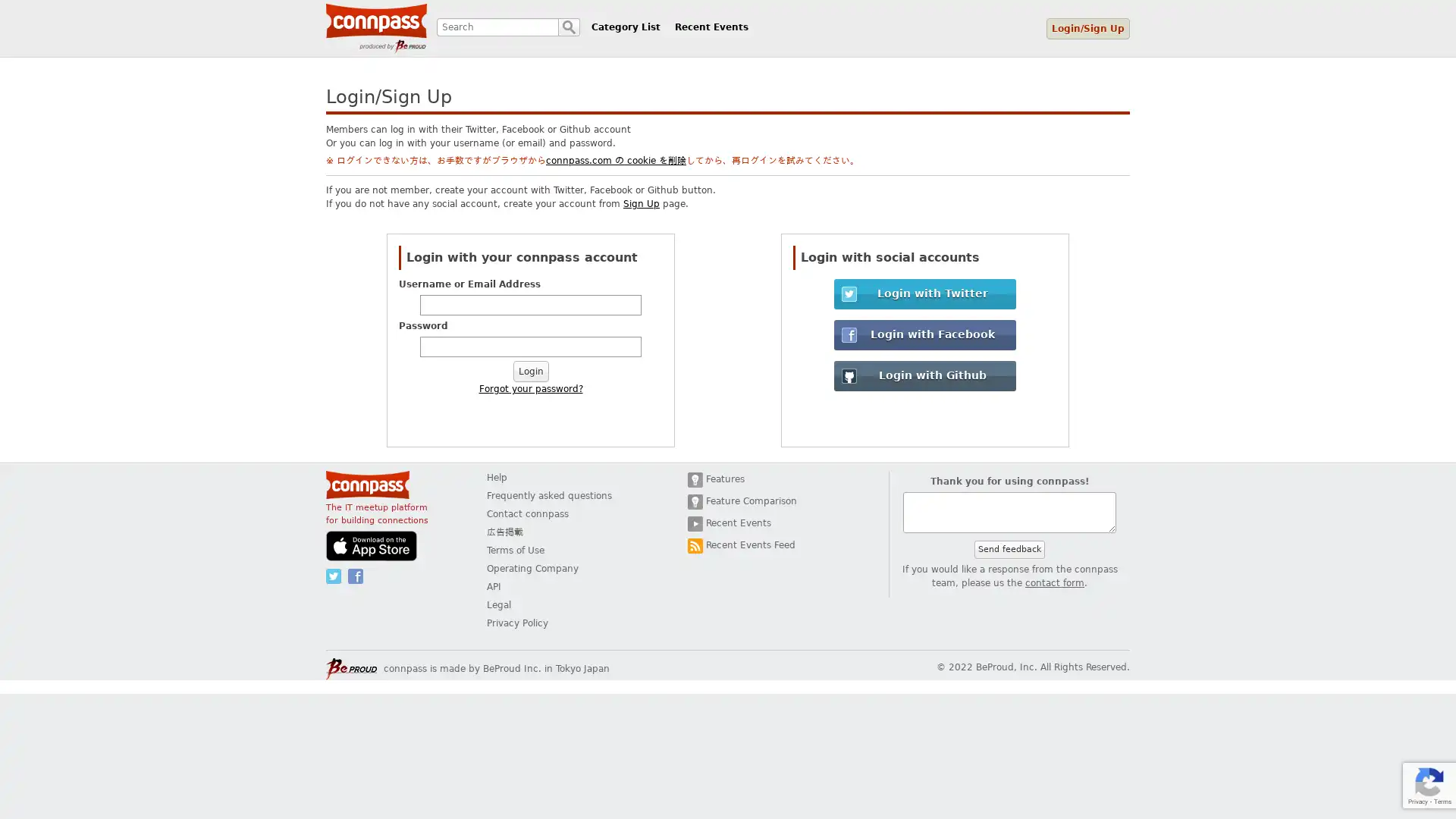  What do you see at coordinates (568, 27) in the screenshot?
I see `Search` at bounding box center [568, 27].